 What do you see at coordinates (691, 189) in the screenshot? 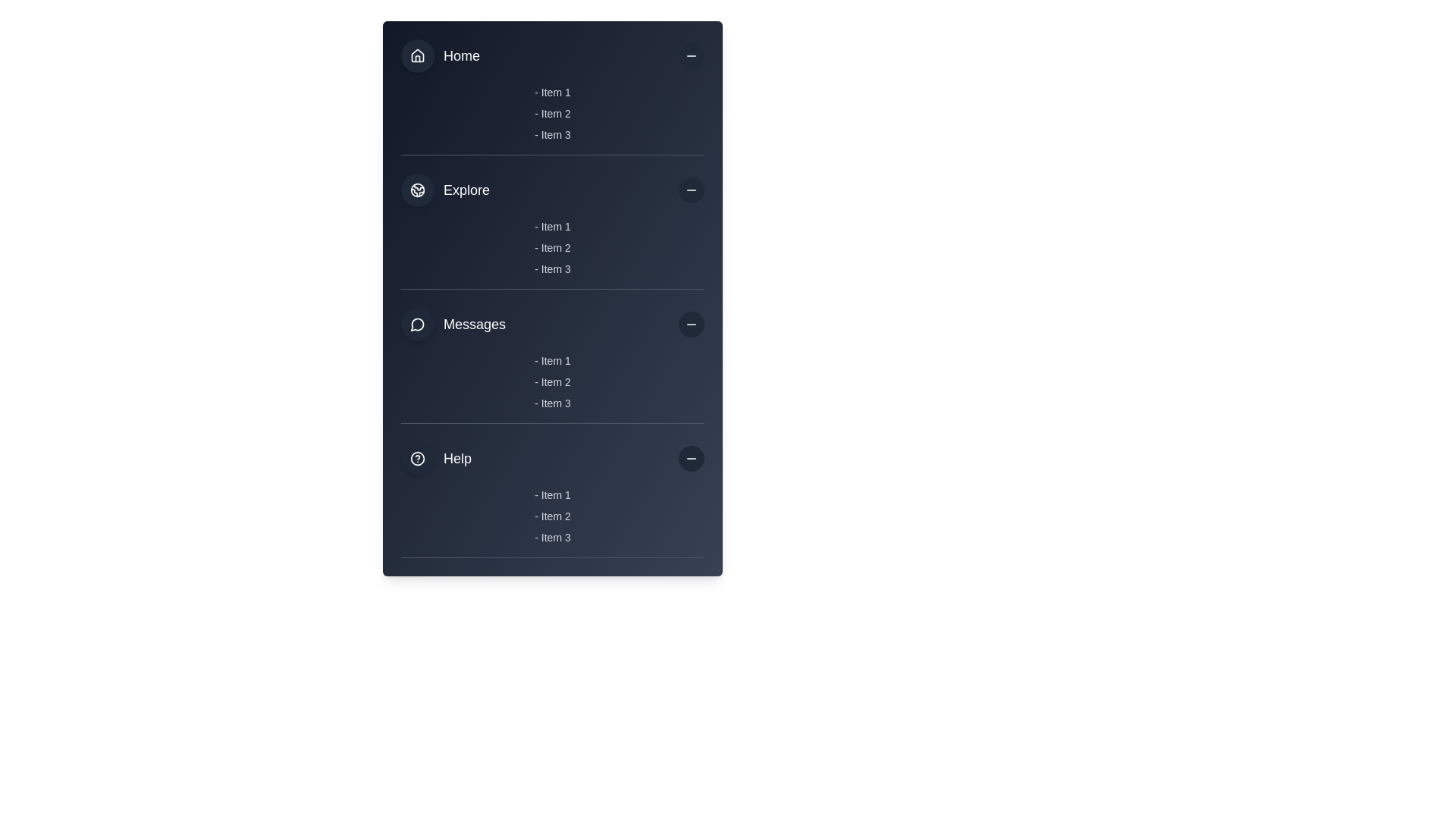
I see `the toggle button that expands or collapses the 'Explore' group, which is the second button of four located on the right side of the group list` at bounding box center [691, 189].